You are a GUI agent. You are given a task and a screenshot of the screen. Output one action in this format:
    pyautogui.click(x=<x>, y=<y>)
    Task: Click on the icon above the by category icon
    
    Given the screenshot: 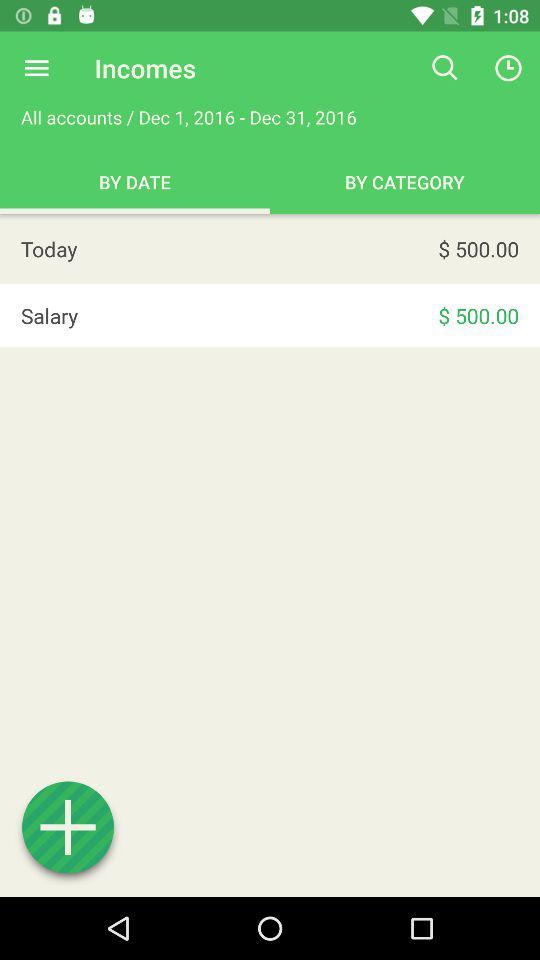 What is the action you would take?
    pyautogui.click(x=445, y=68)
    